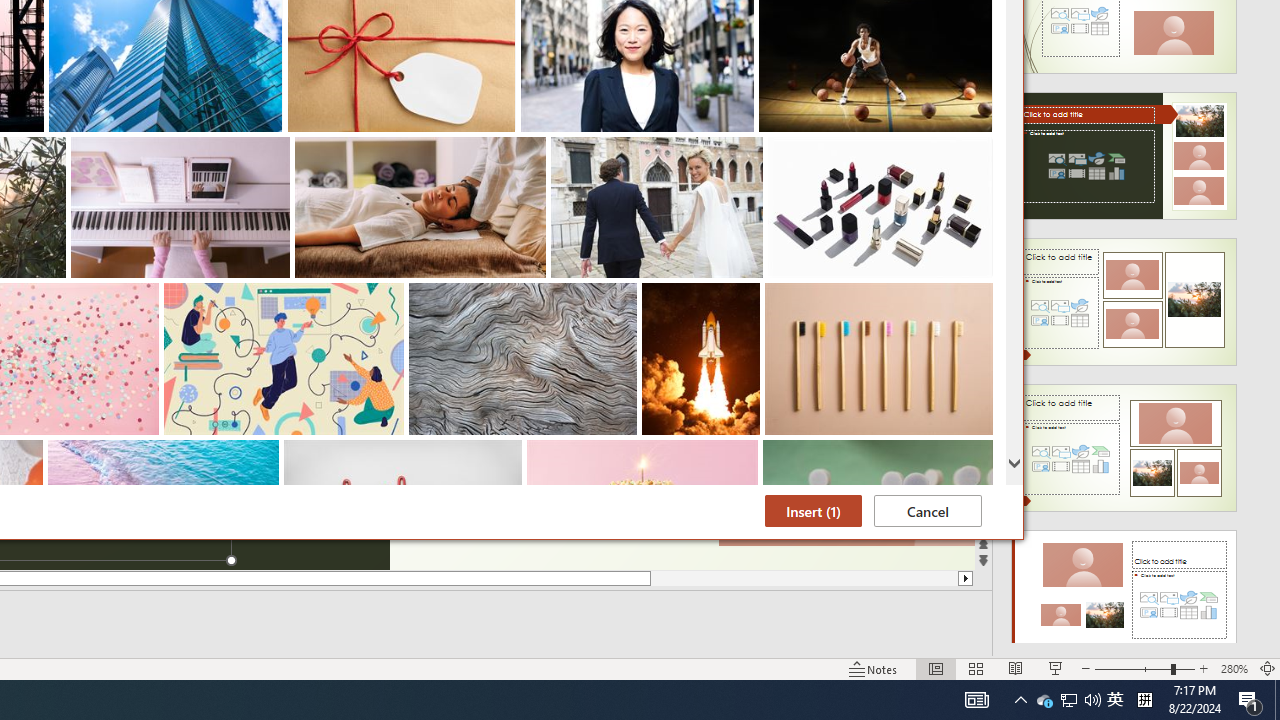  I want to click on 'Zoom 280%', so click(1233, 669).